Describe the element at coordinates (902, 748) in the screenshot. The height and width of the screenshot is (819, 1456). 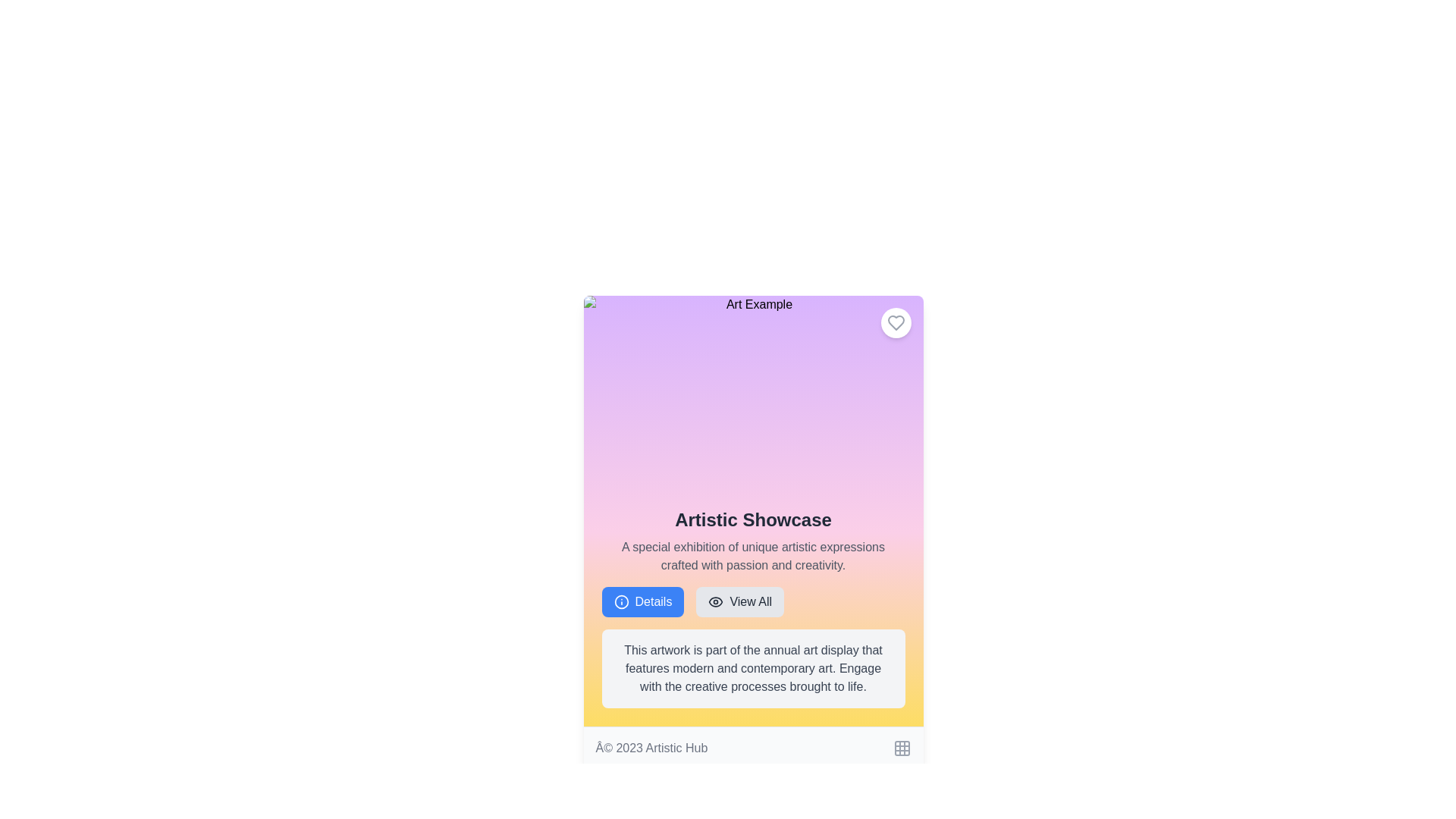
I see `the small icon styled as a 3x3 grid of squares located at the bottom-right corner of the footer, next to '© 2023 Artistic Hub'` at that location.